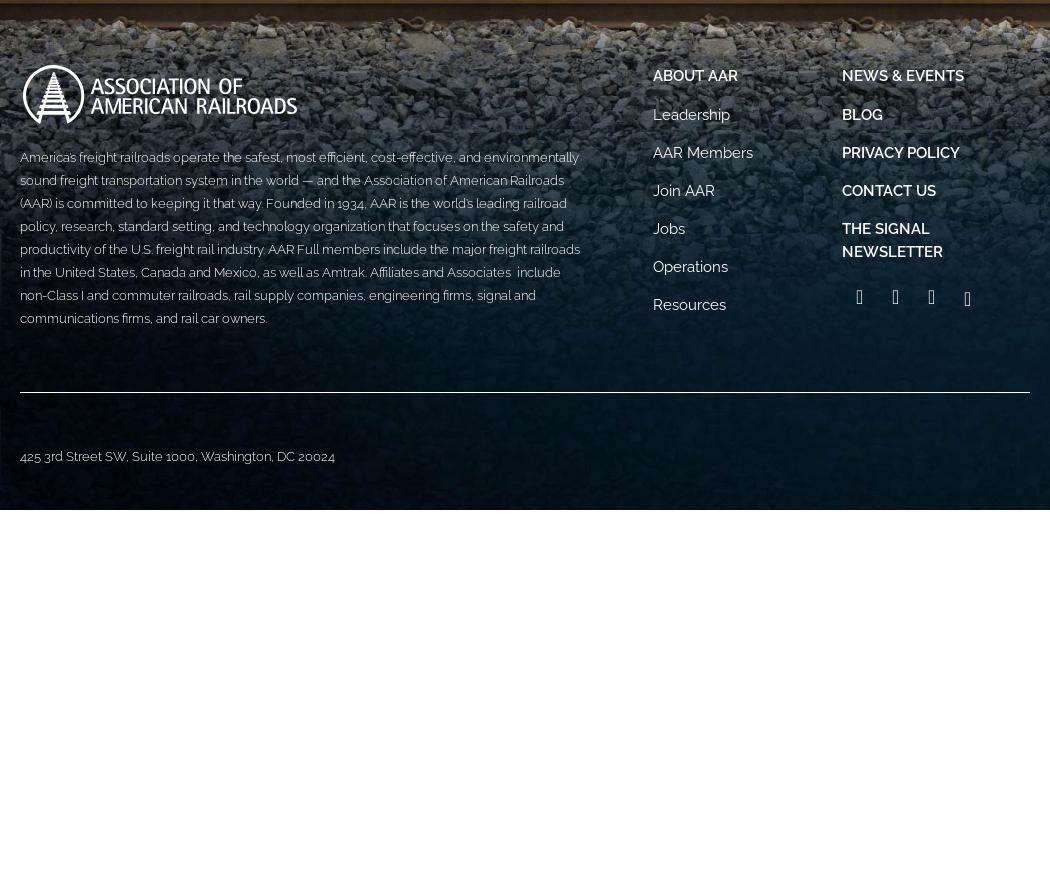 The image size is (1050, 882). Describe the element at coordinates (298, 235) in the screenshot. I see `'America’s freight railroads operate the safest, most efficient, cost-effective, and environmentally sound freight transportation system in the world — and the Association of American Railroads (AAR) is committed to keeping it that way. Founded in 1934, AAR is the world’s leading railroad policy, research, standard setting, and technology organization that focuses on the safety and productivity of the U.S. freight rail industry. AAR Full members include the major freight railroads in the United States, Canada and Mexico, as well as Amtrak. Affiliates and Associates  include non-Class I and commuter railroads, rail supply companies, engineering firms, signal and communications firms, and rail car owners.'` at that location.